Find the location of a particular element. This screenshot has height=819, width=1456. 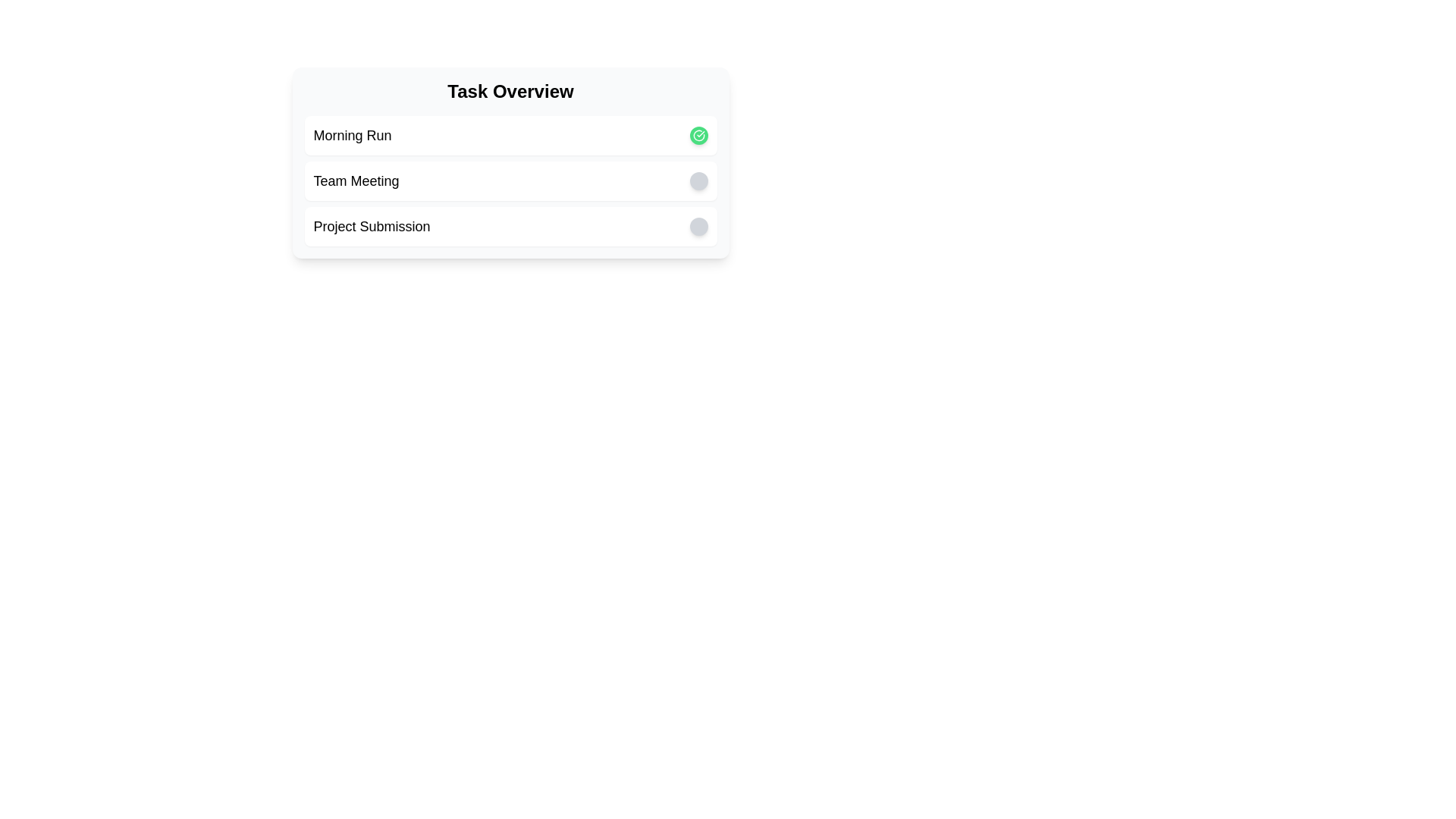

the circular green button with a white checkmark icon located at the far-right side of the 'Task Overview' section is located at coordinates (698, 134).